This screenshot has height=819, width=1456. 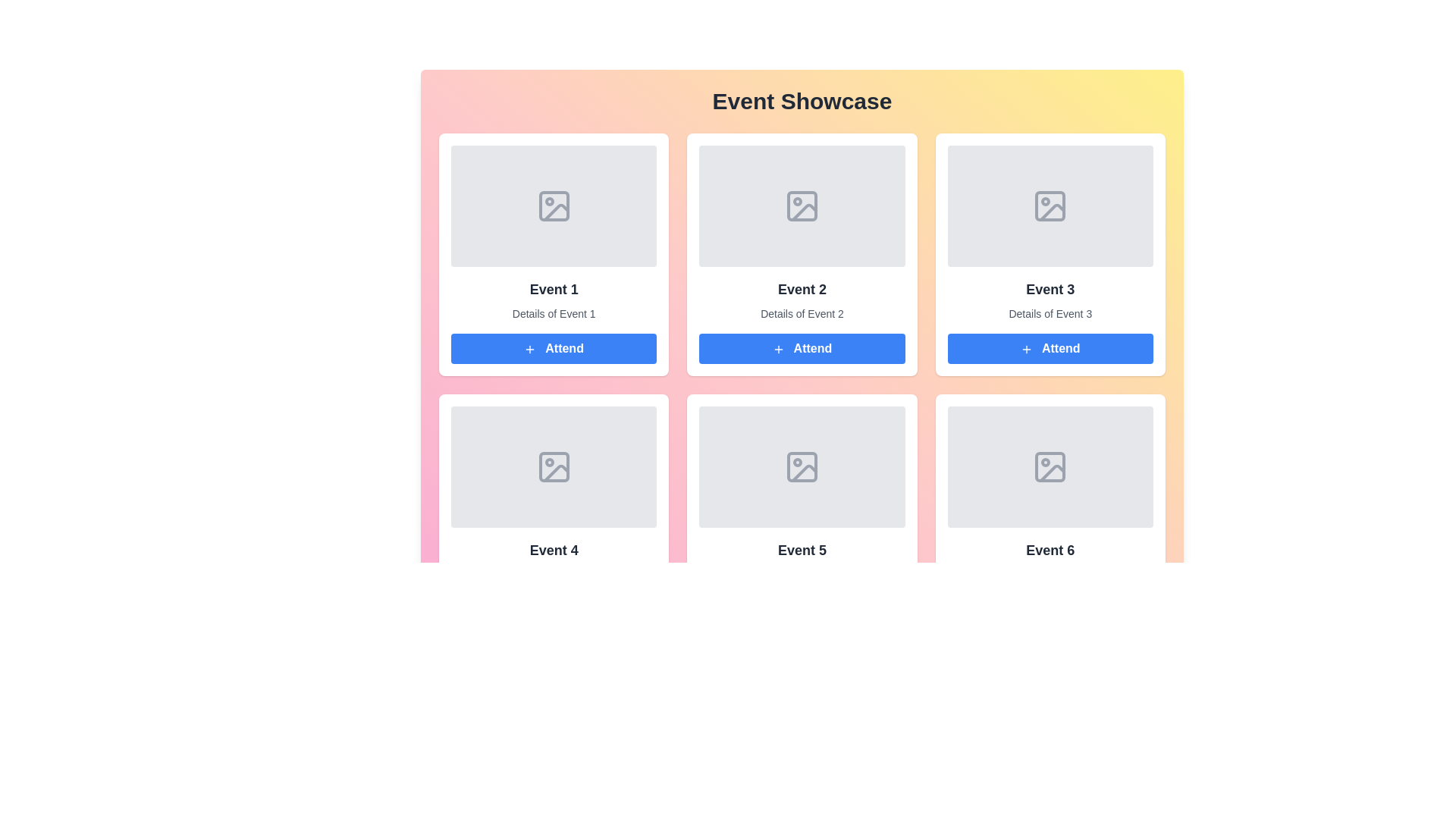 I want to click on the addition icon within the 'Attend' button for 'Event 2' located in the second column of the first row in the Event Showcase layout, so click(x=778, y=349).